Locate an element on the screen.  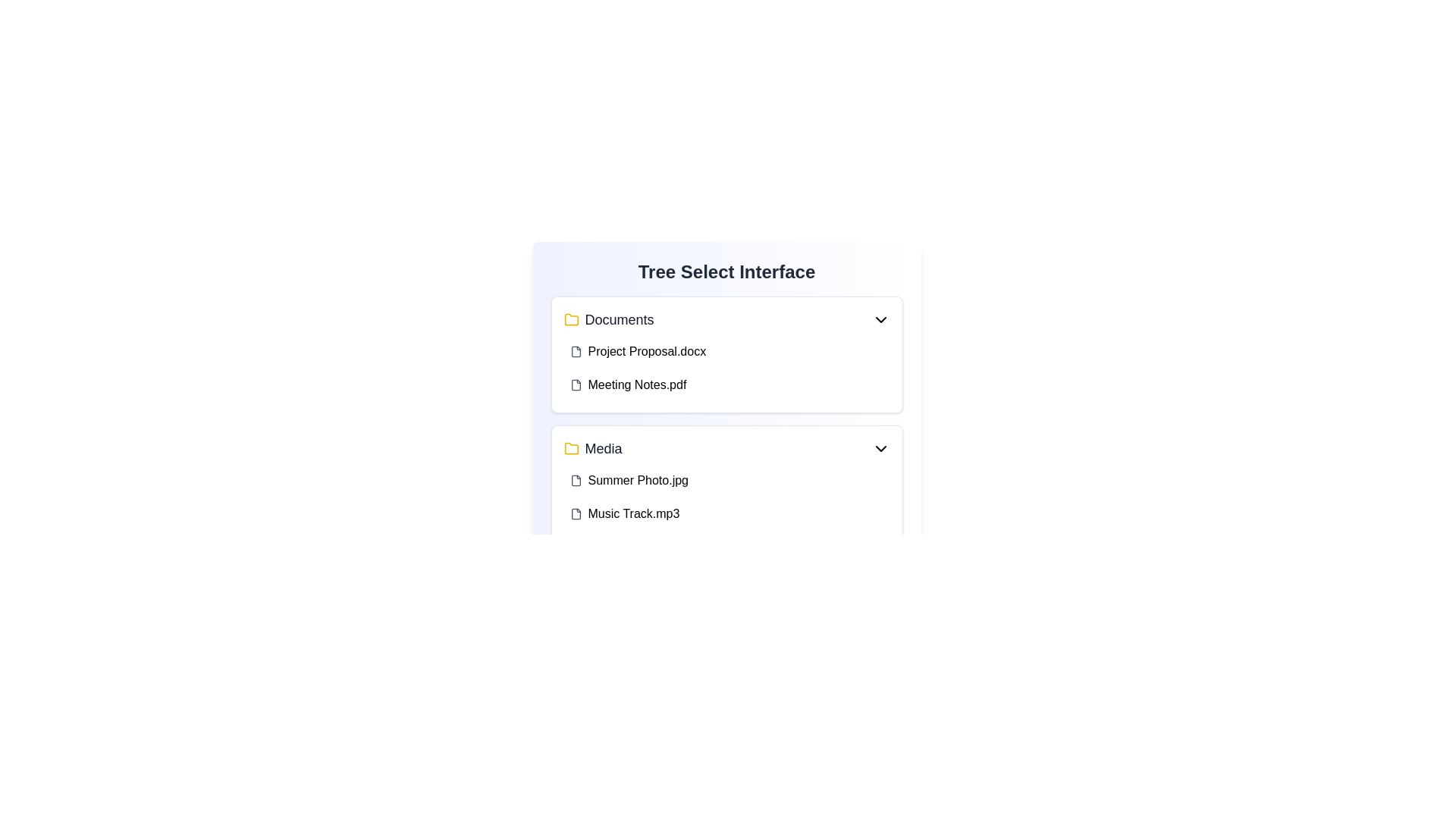
the Chevron-Down icon located on the far right side of the header next to the 'Documents' label is located at coordinates (880, 318).